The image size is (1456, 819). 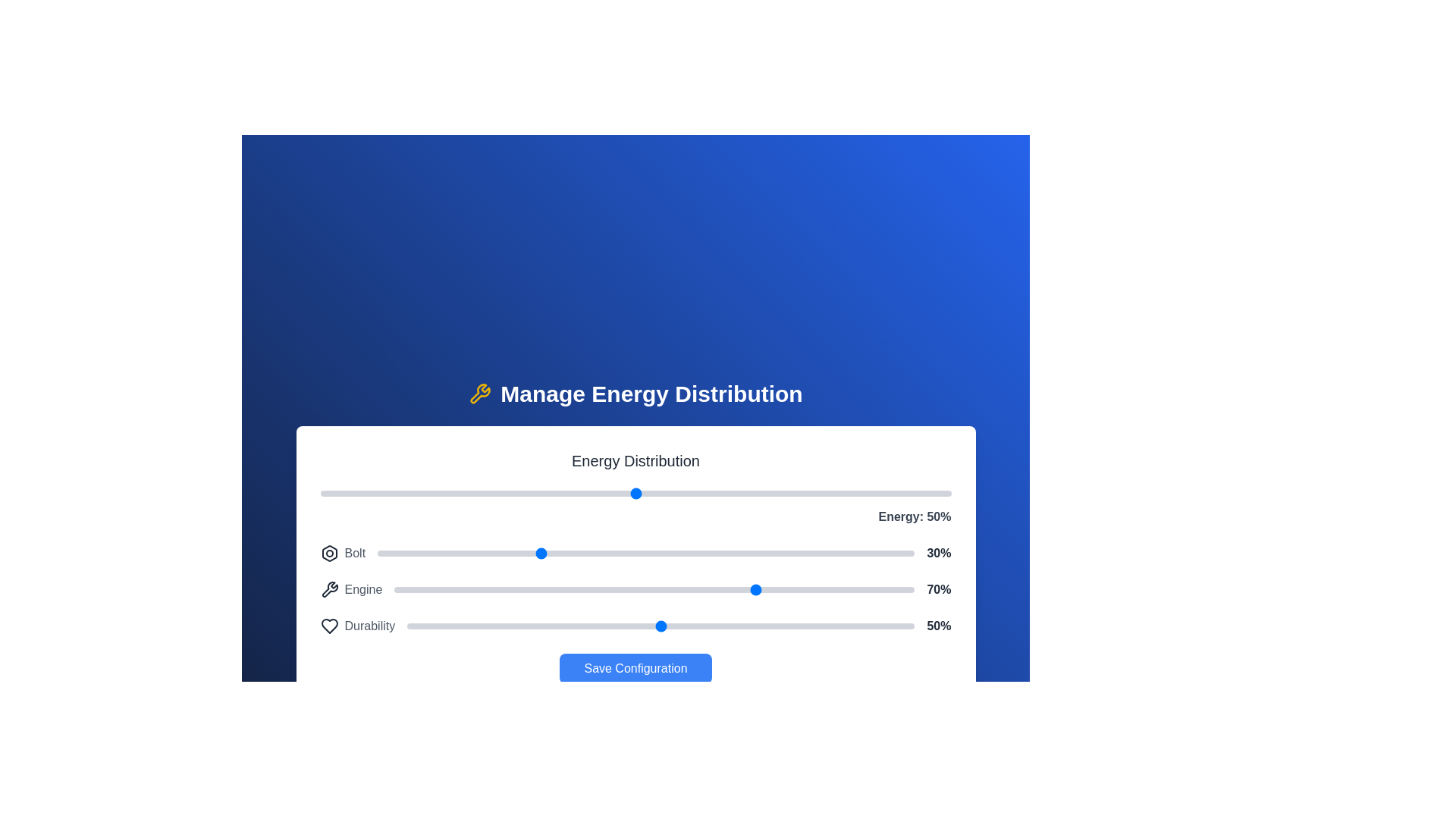 What do you see at coordinates (344, 494) in the screenshot?
I see `the main energy slider to 4%` at bounding box center [344, 494].